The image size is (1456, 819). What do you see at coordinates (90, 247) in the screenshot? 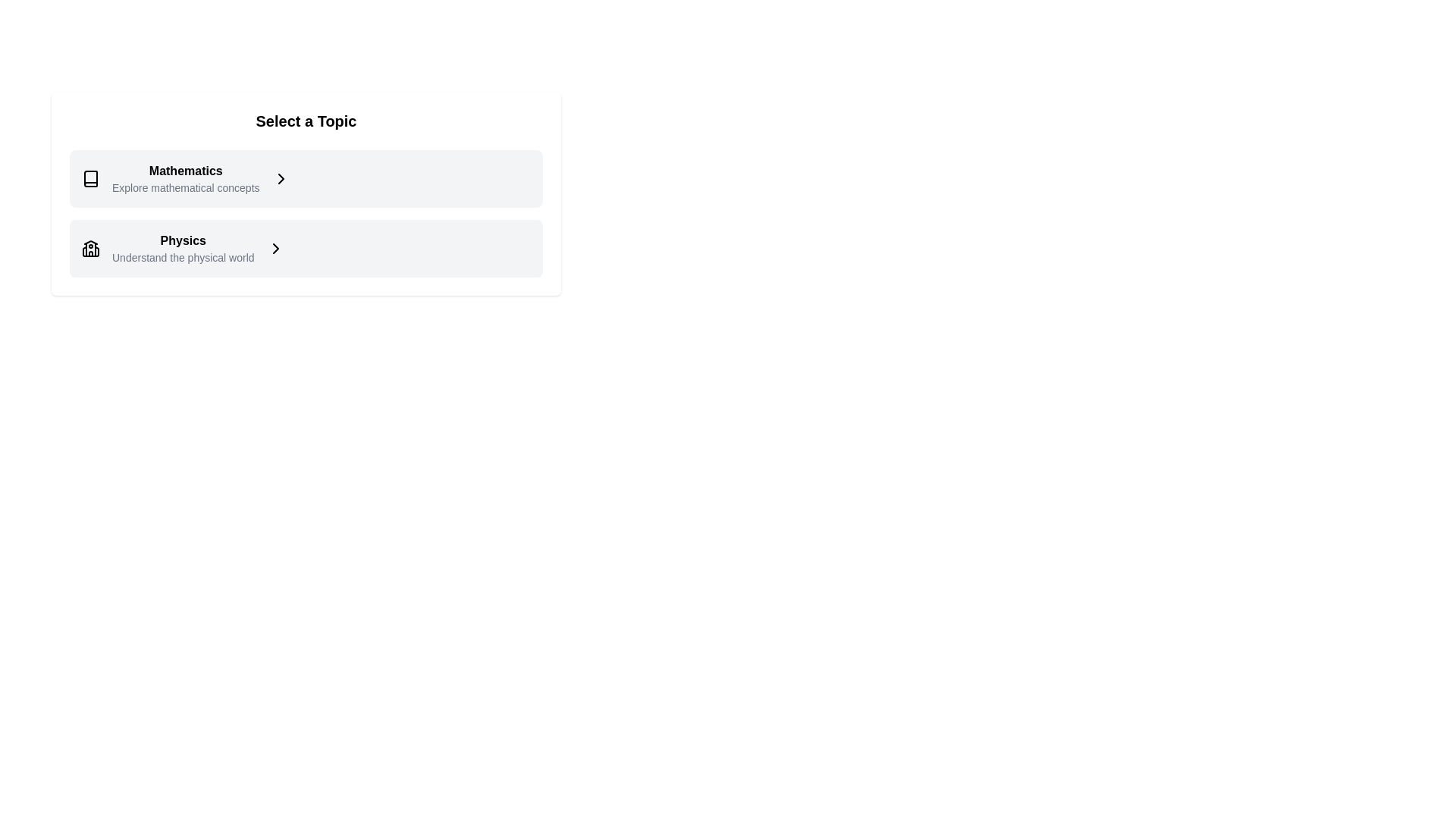
I see `the decorative icon representing the 'Physics' topic located to the left of the text 'Physics' in the 'Select a Topic' section, which is in the second row of topics` at bounding box center [90, 247].